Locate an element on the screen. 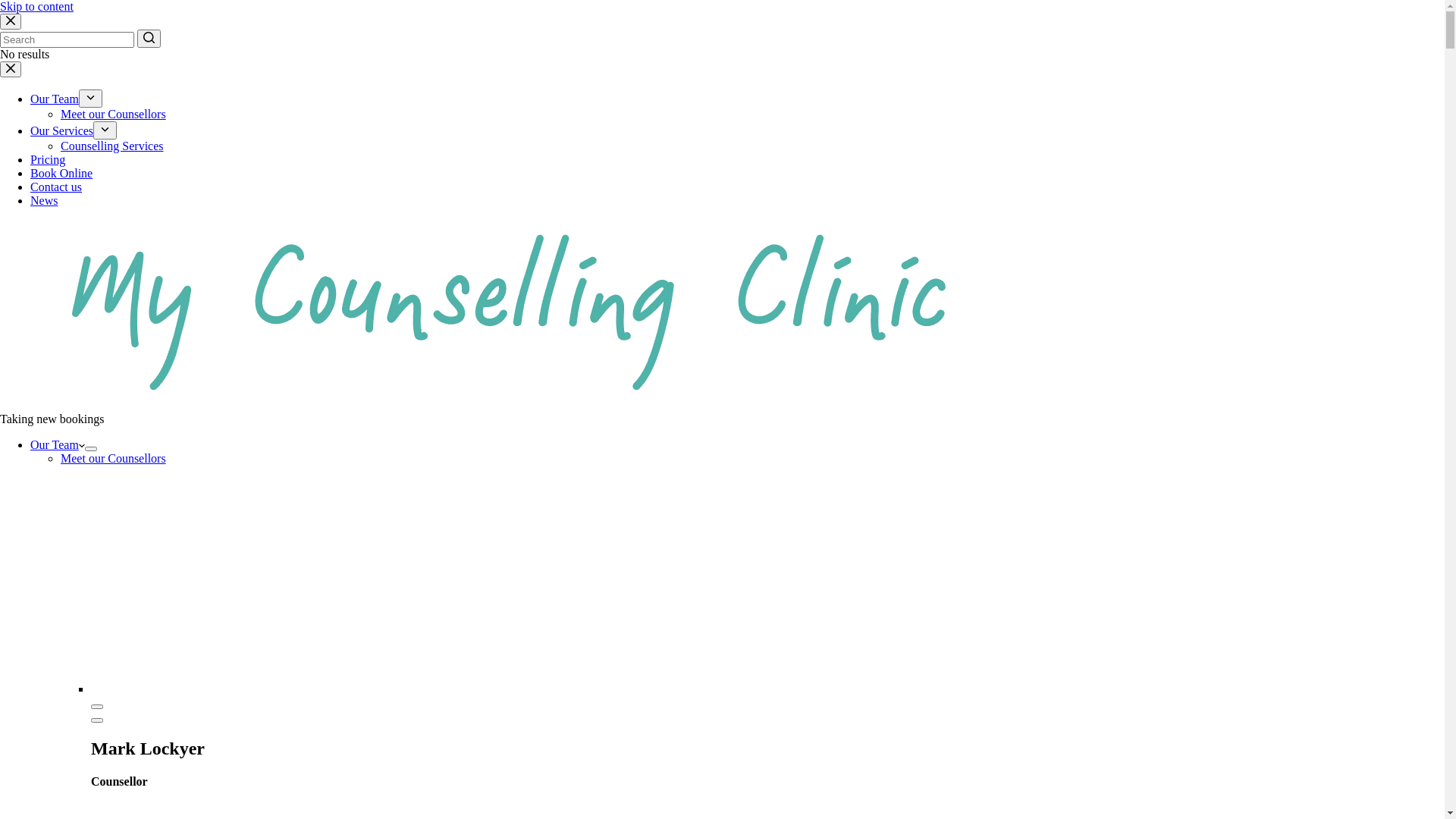  'Meet our Counsellors' is located at coordinates (61, 113).